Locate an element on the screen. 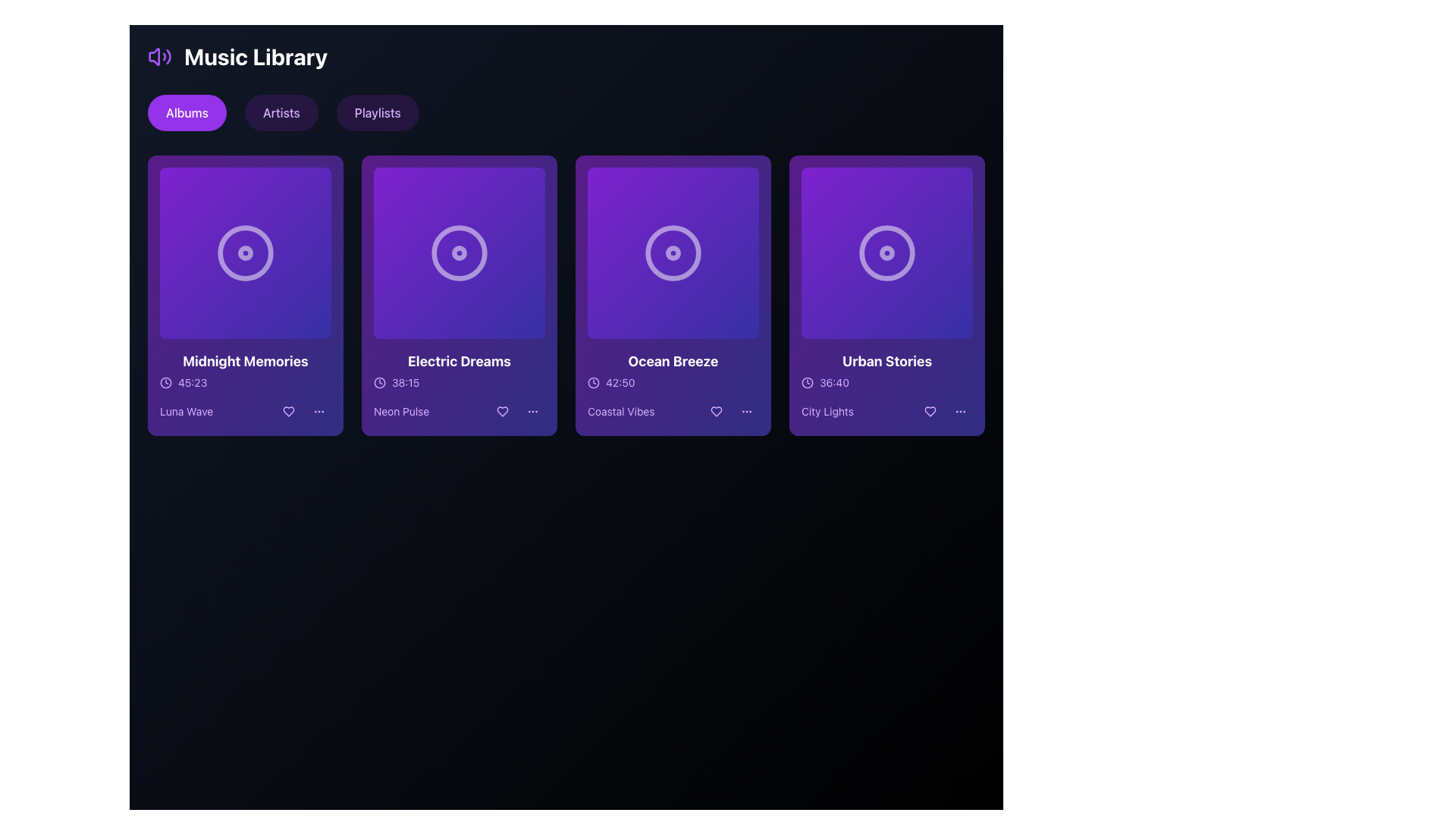 This screenshot has width=1456, height=819. the circular icon resembling a disc with a semi-transparent white color, located centrally within the 'Electric Dreams' card in the grid layout is located at coordinates (458, 253).